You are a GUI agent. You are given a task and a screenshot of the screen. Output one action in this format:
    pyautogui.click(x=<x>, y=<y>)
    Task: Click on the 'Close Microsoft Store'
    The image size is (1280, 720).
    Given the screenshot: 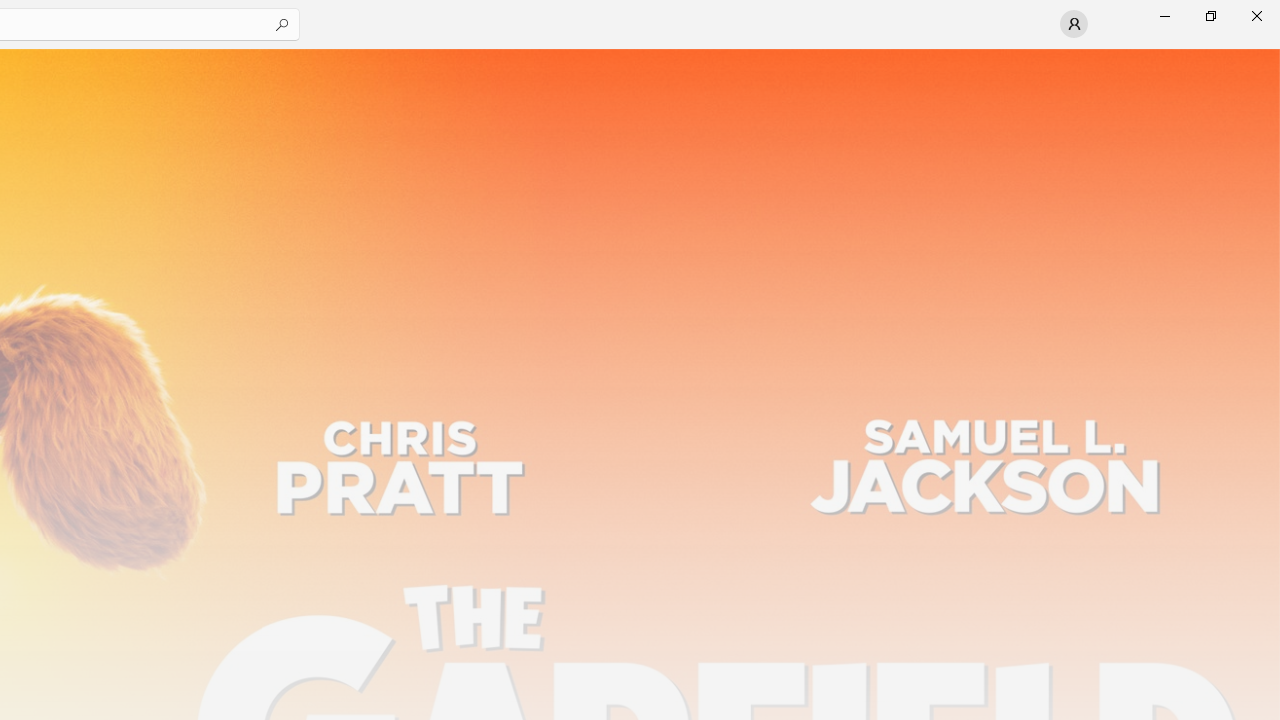 What is the action you would take?
    pyautogui.click(x=1255, y=15)
    